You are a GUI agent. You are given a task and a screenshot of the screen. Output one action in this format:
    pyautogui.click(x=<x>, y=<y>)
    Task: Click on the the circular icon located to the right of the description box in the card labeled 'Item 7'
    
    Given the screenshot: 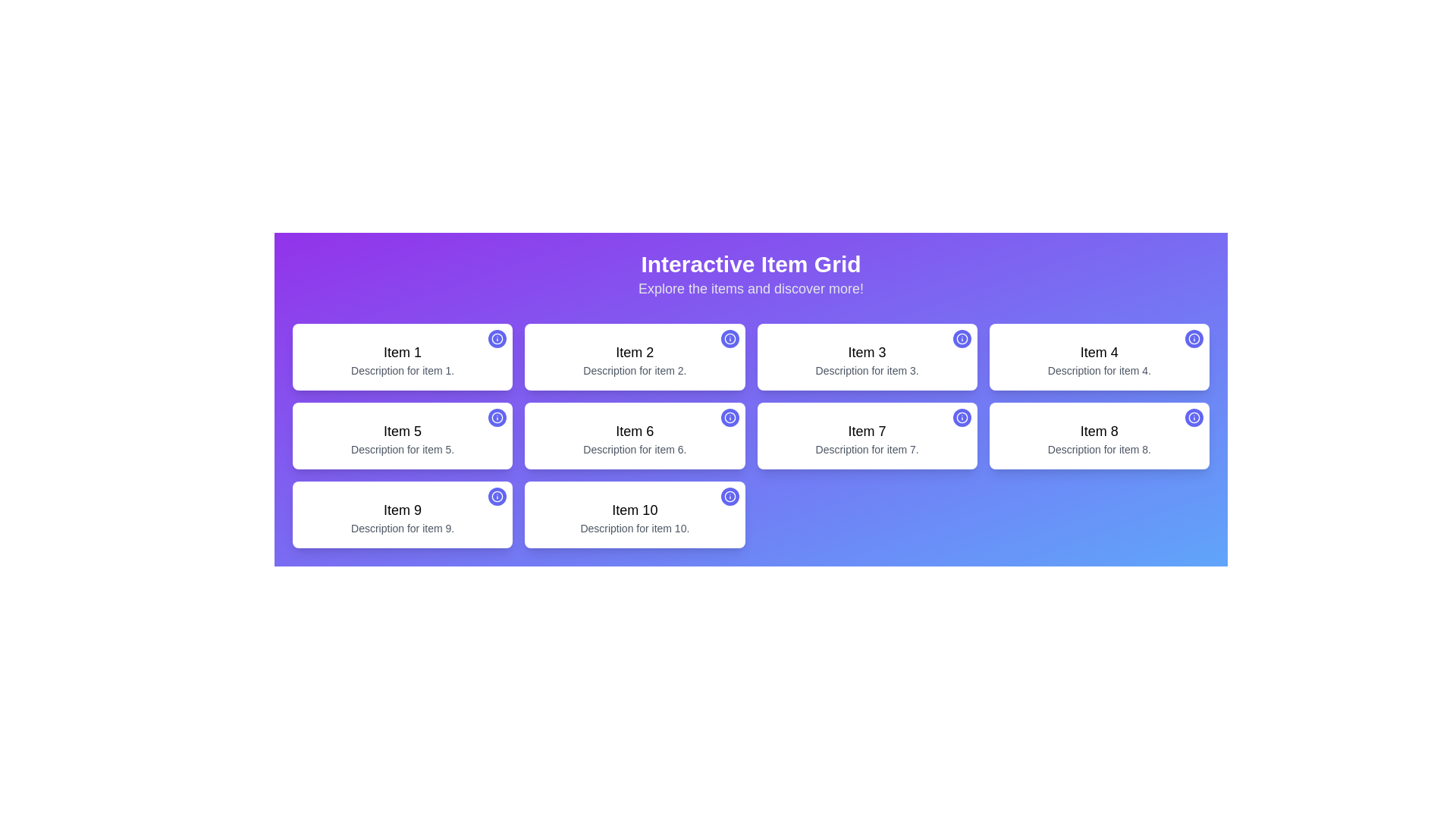 What is the action you would take?
    pyautogui.click(x=961, y=418)
    